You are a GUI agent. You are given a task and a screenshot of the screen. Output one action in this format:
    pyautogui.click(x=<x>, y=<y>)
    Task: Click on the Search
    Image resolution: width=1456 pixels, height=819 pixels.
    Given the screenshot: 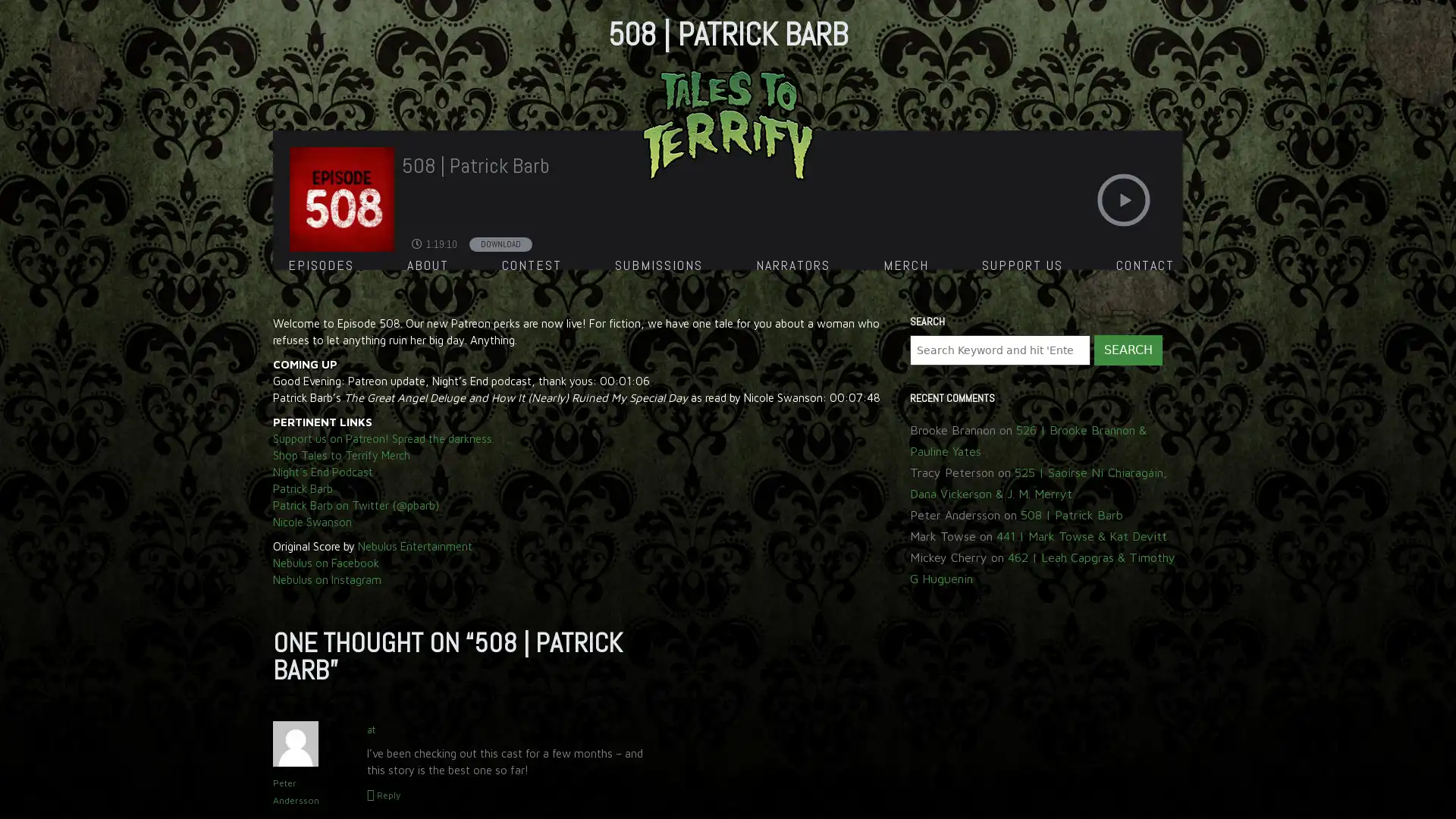 What is the action you would take?
    pyautogui.click(x=1128, y=350)
    